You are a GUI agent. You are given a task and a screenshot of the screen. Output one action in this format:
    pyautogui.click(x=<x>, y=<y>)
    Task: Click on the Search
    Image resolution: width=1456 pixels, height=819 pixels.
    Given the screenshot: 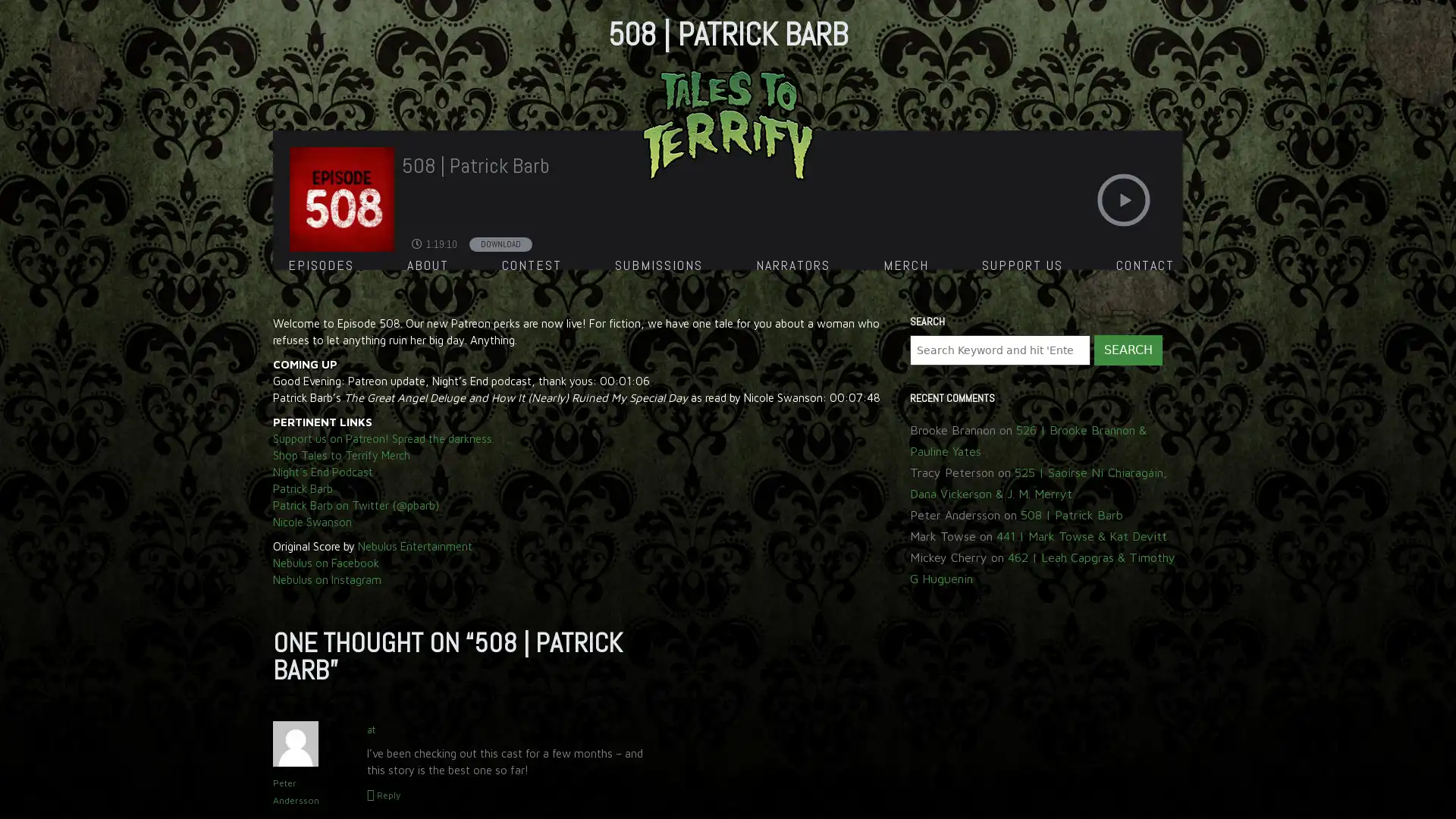 What is the action you would take?
    pyautogui.click(x=1128, y=350)
    